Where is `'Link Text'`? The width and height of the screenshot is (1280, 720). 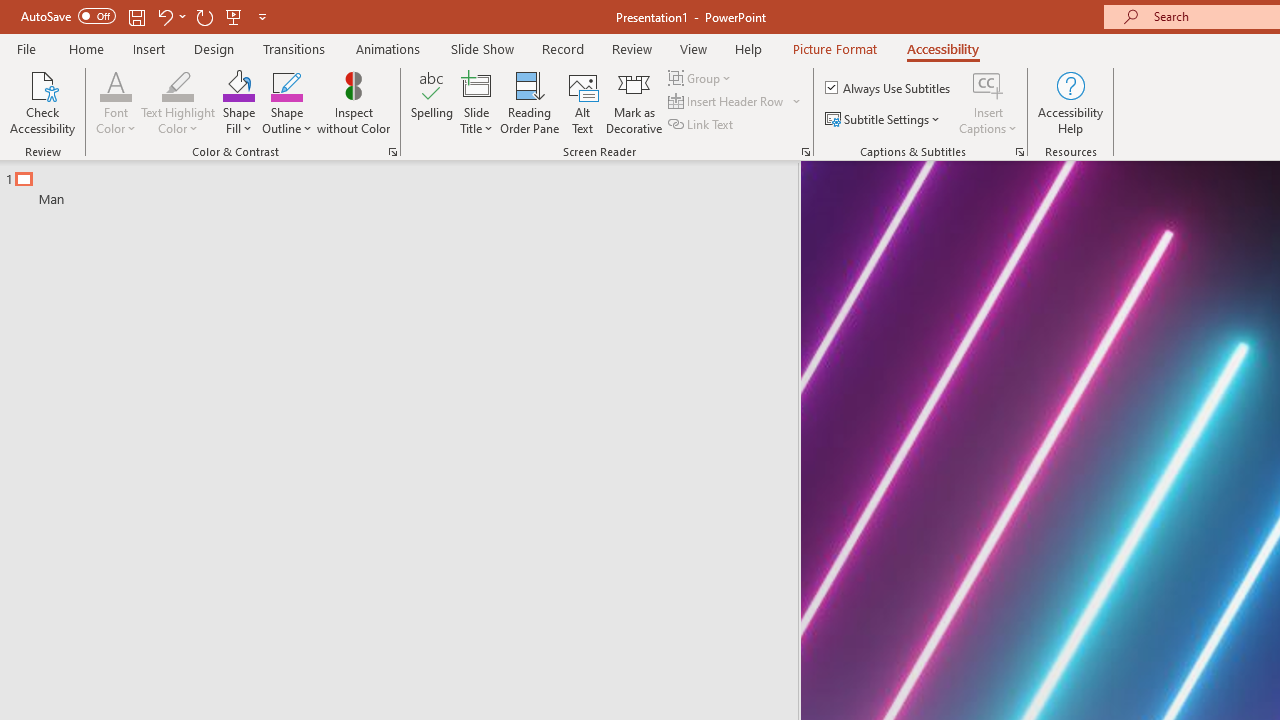
'Link Text' is located at coordinates (702, 124).